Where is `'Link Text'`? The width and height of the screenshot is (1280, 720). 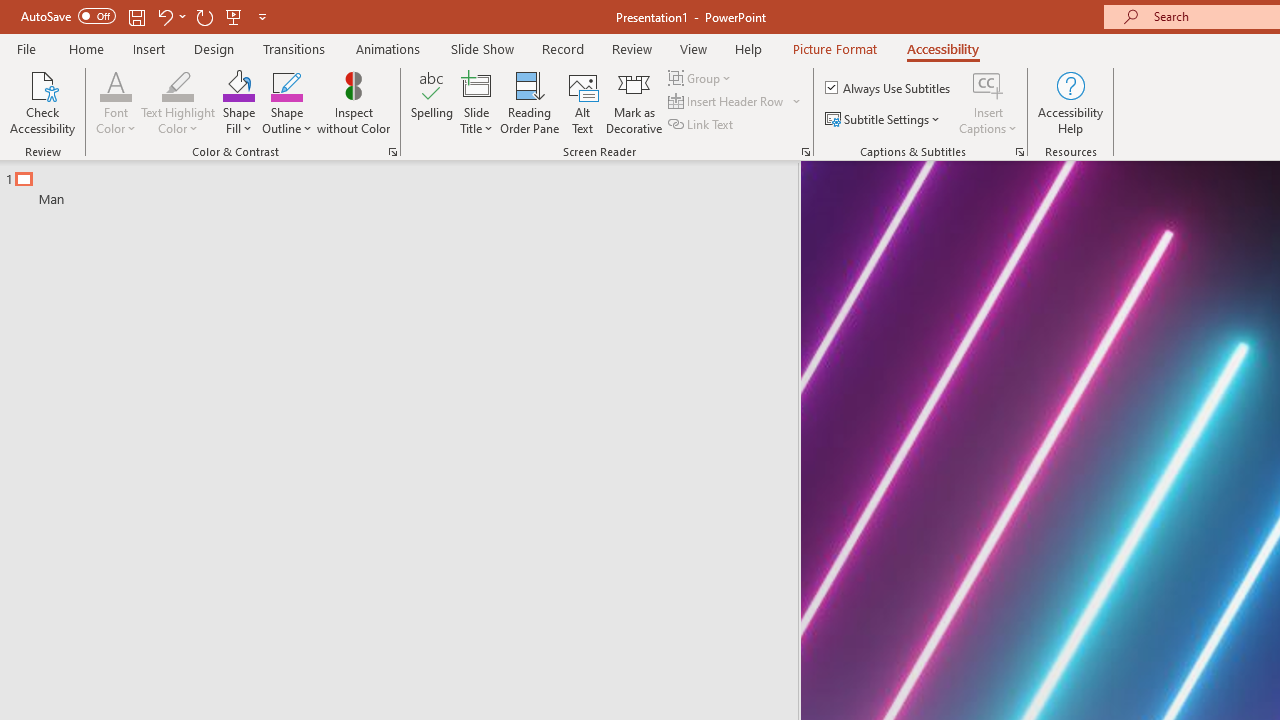
'Link Text' is located at coordinates (702, 124).